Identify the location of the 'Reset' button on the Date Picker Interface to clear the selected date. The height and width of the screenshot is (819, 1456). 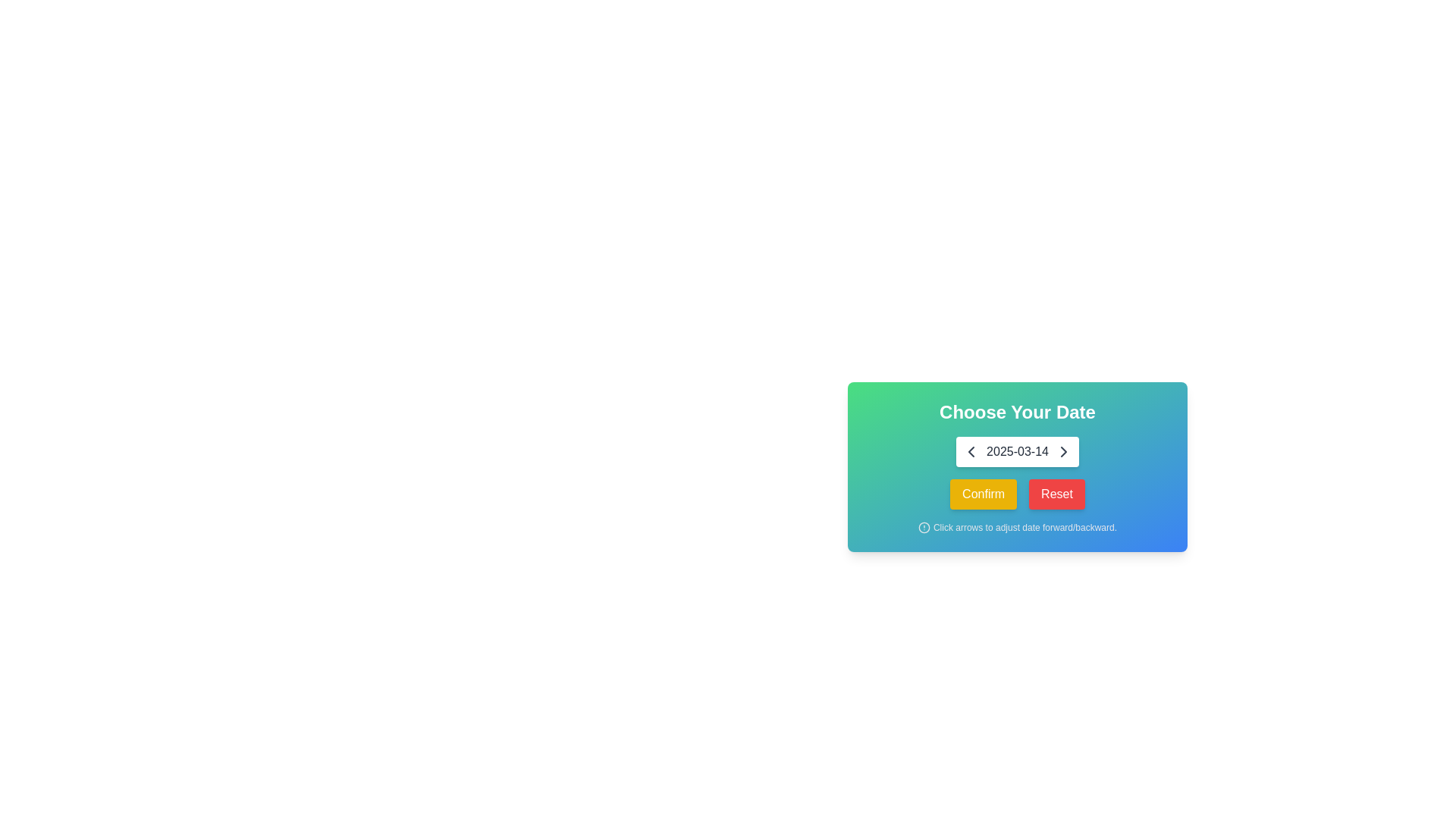
(1018, 466).